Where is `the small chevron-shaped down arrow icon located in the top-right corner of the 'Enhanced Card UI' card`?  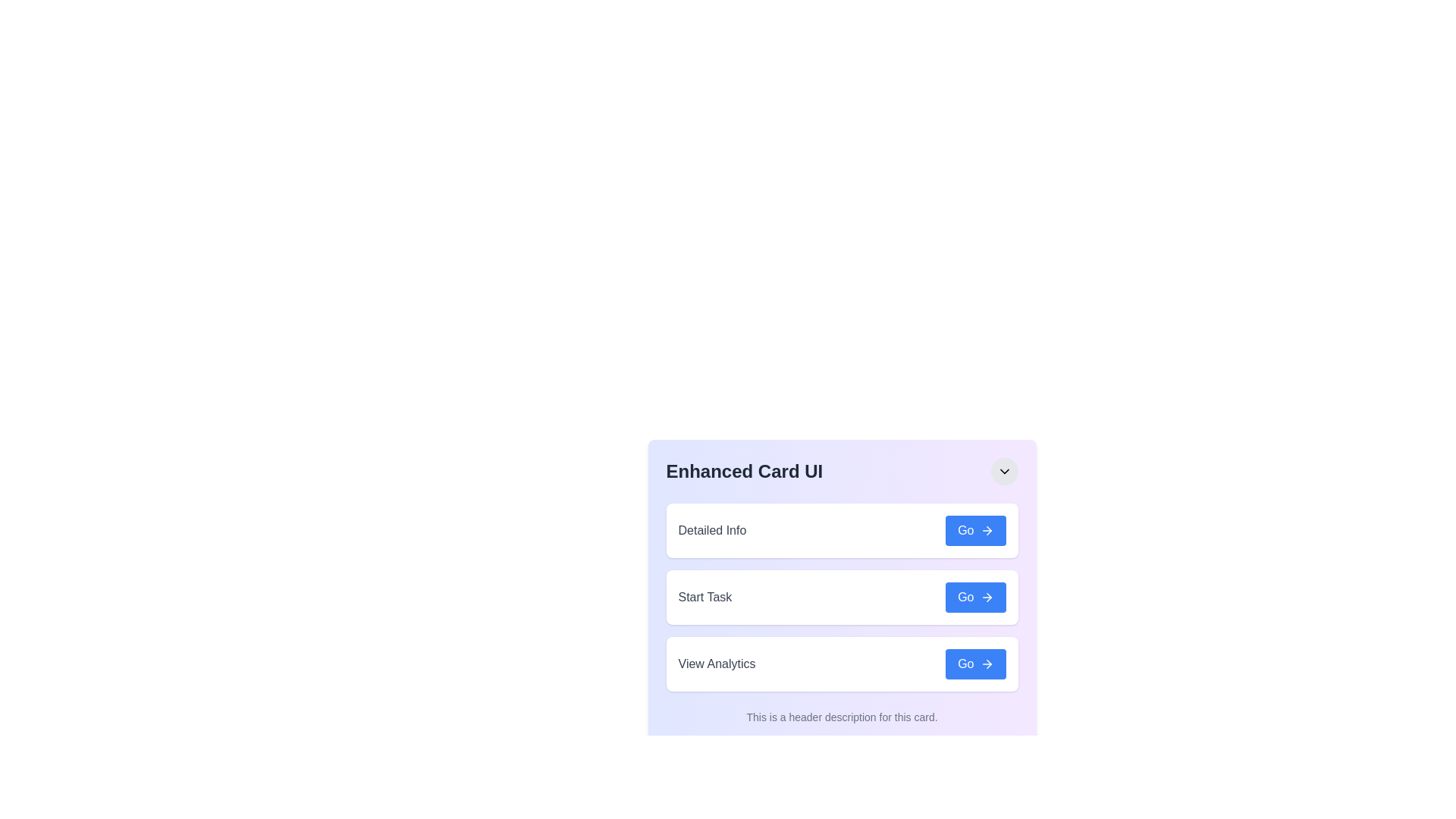
the small chevron-shaped down arrow icon located in the top-right corner of the 'Enhanced Card UI' card is located at coordinates (1004, 470).